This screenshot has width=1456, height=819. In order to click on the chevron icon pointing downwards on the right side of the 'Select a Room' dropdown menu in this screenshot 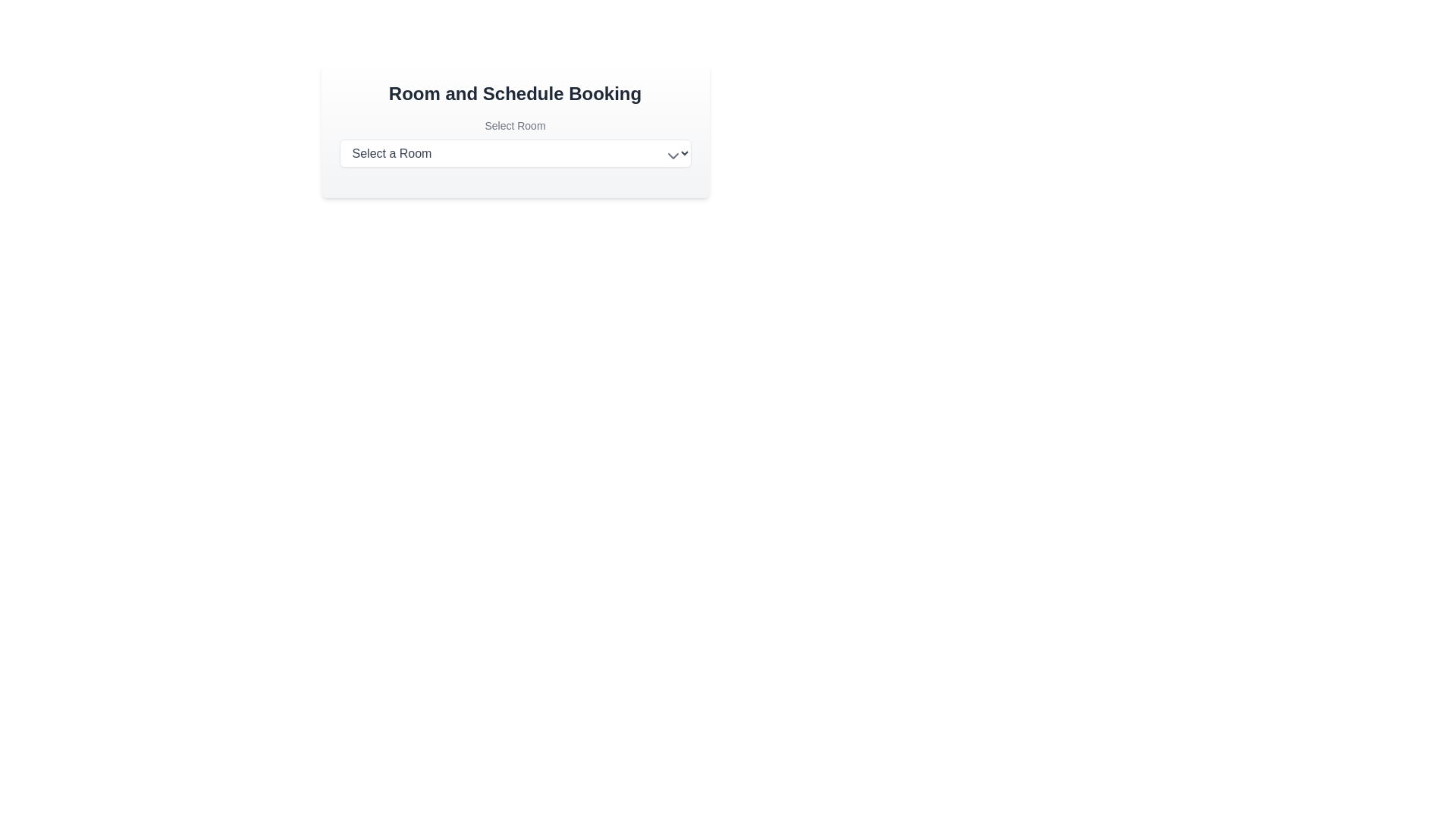, I will do `click(672, 155)`.